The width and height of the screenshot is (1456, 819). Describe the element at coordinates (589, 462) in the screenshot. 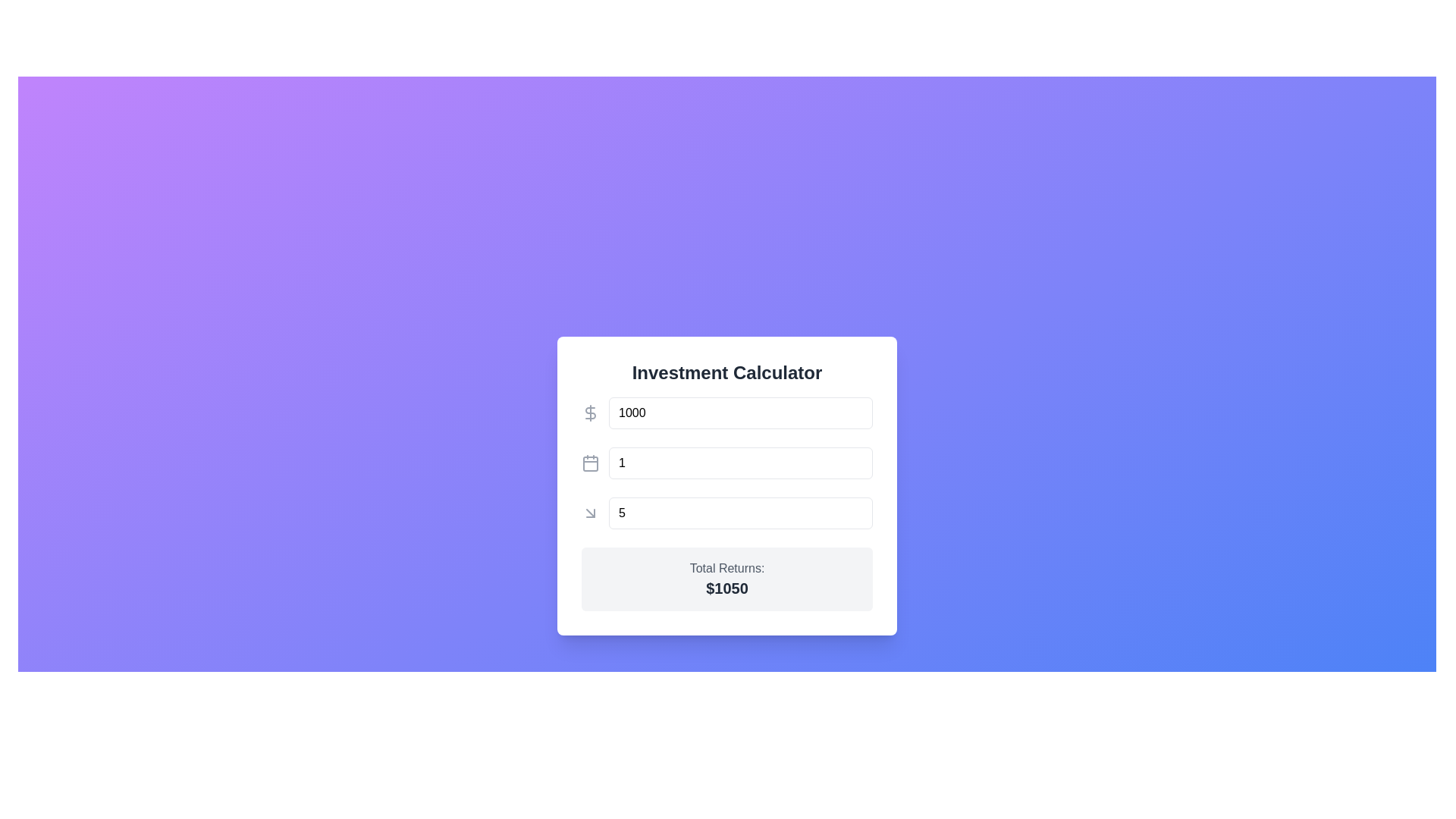

I see `the calendar icon located to the immediate left of the 'Duration in Years' numeric input field for contextual information` at that location.